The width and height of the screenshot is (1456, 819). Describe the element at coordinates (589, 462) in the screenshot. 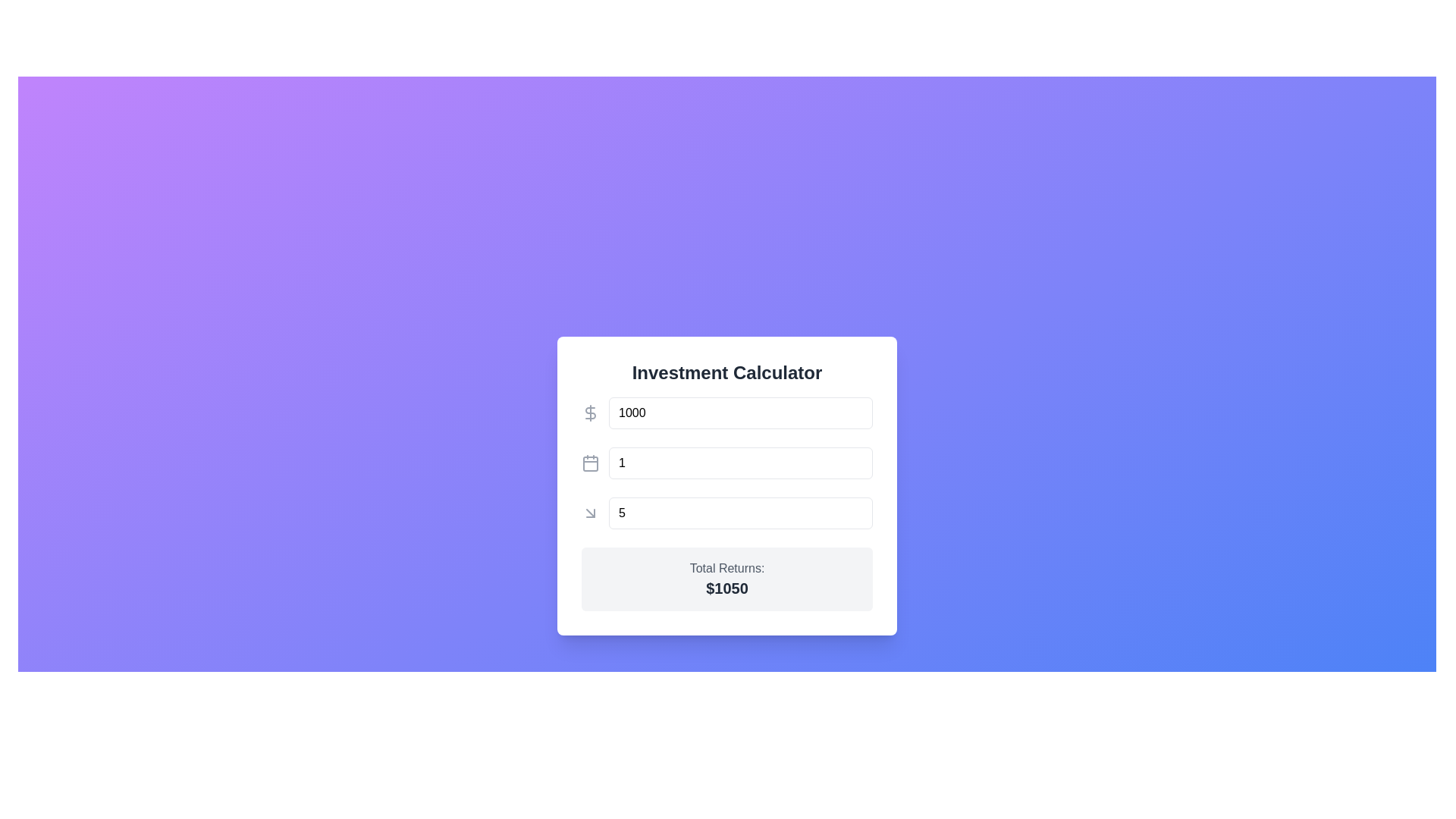

I see `the calendar icon located to the immediate left of the 'Duration in Years' numeric input field for contextual information` at that location.